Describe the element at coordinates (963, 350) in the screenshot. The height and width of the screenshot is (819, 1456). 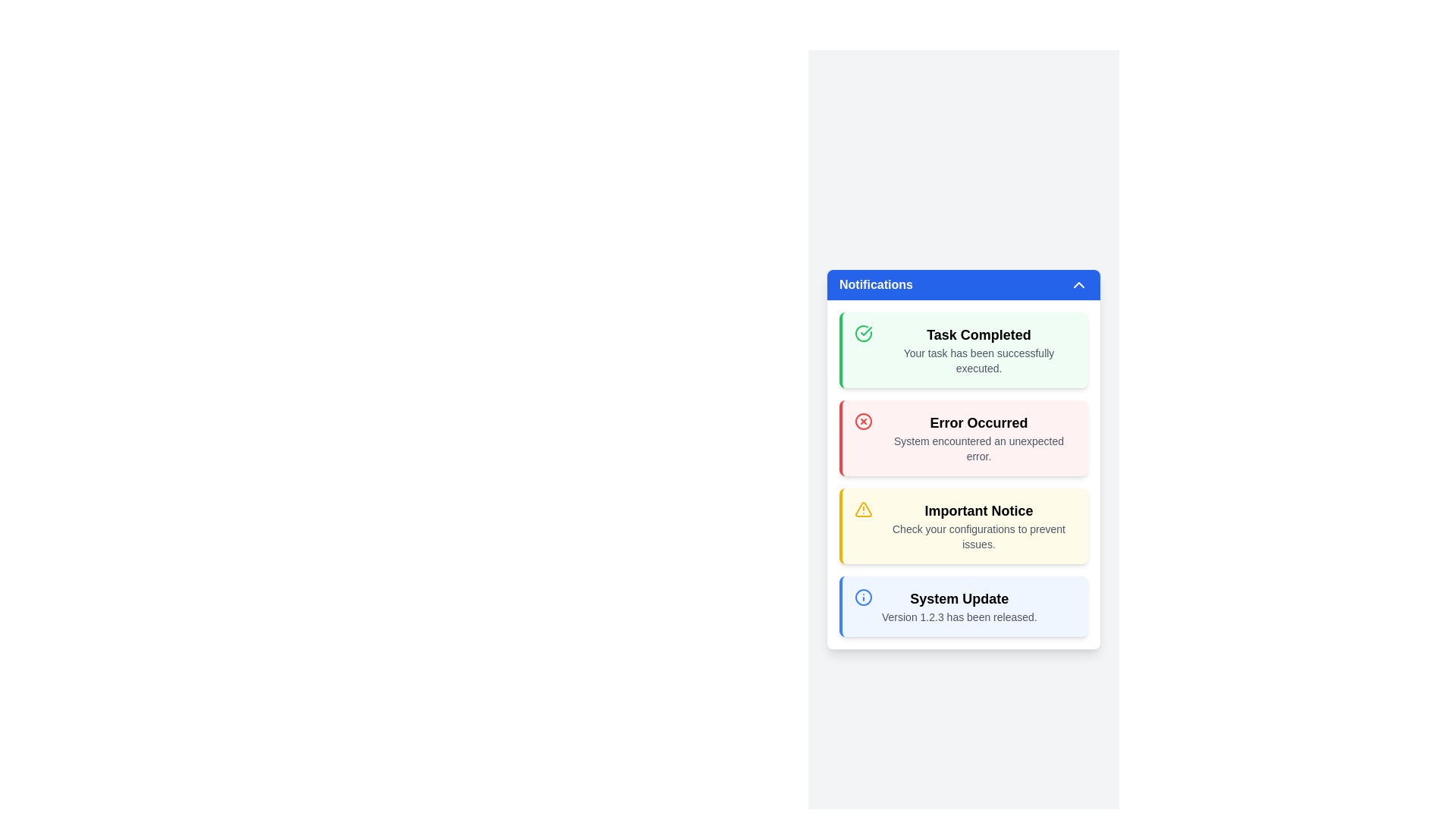
I see `message content of the notification banner that shows 'Task Completed' and 'Your task has been successfully executed.'` at that location.